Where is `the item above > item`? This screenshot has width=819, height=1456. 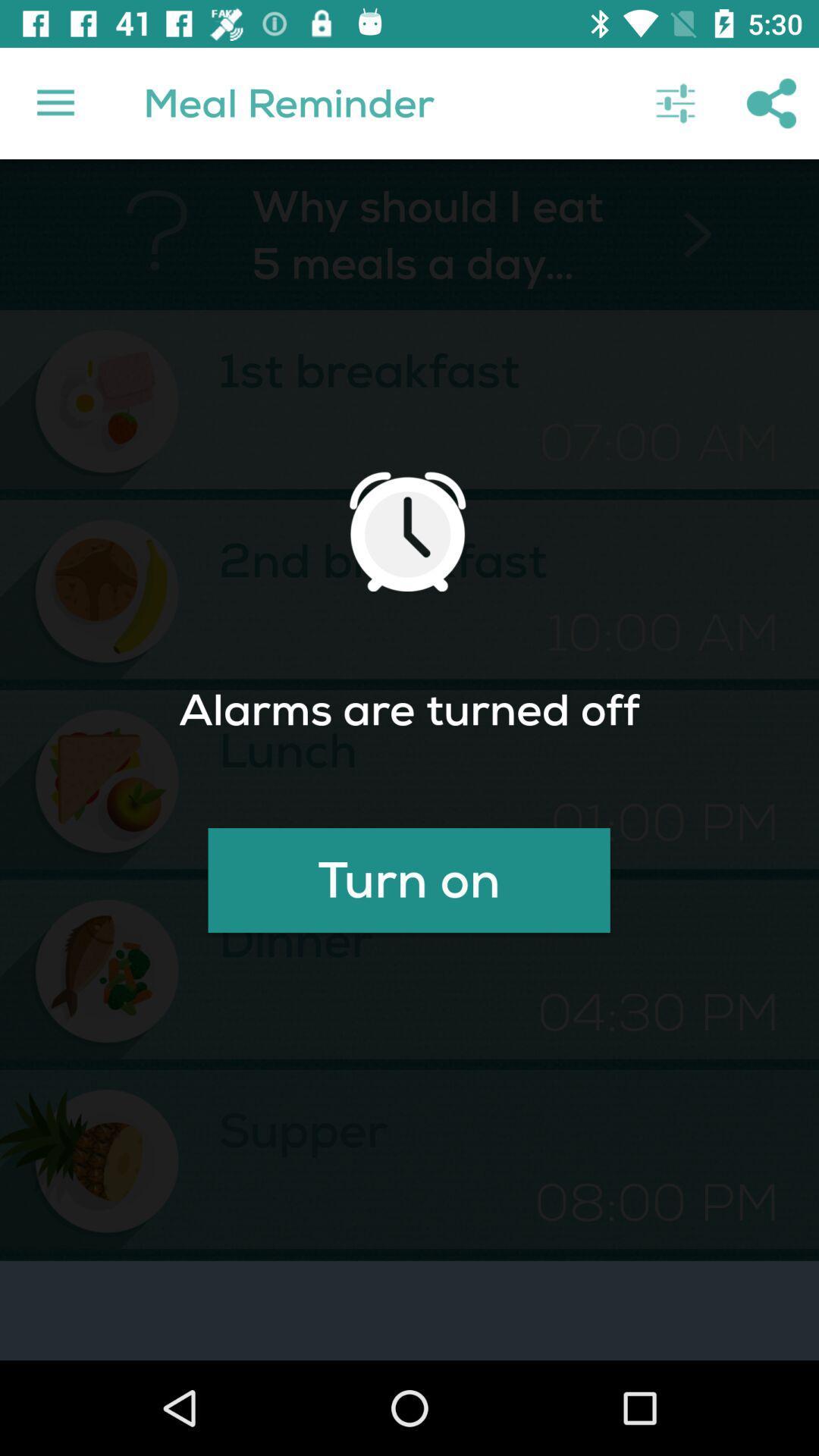
the item above > item is located at coordinates (675, 102).